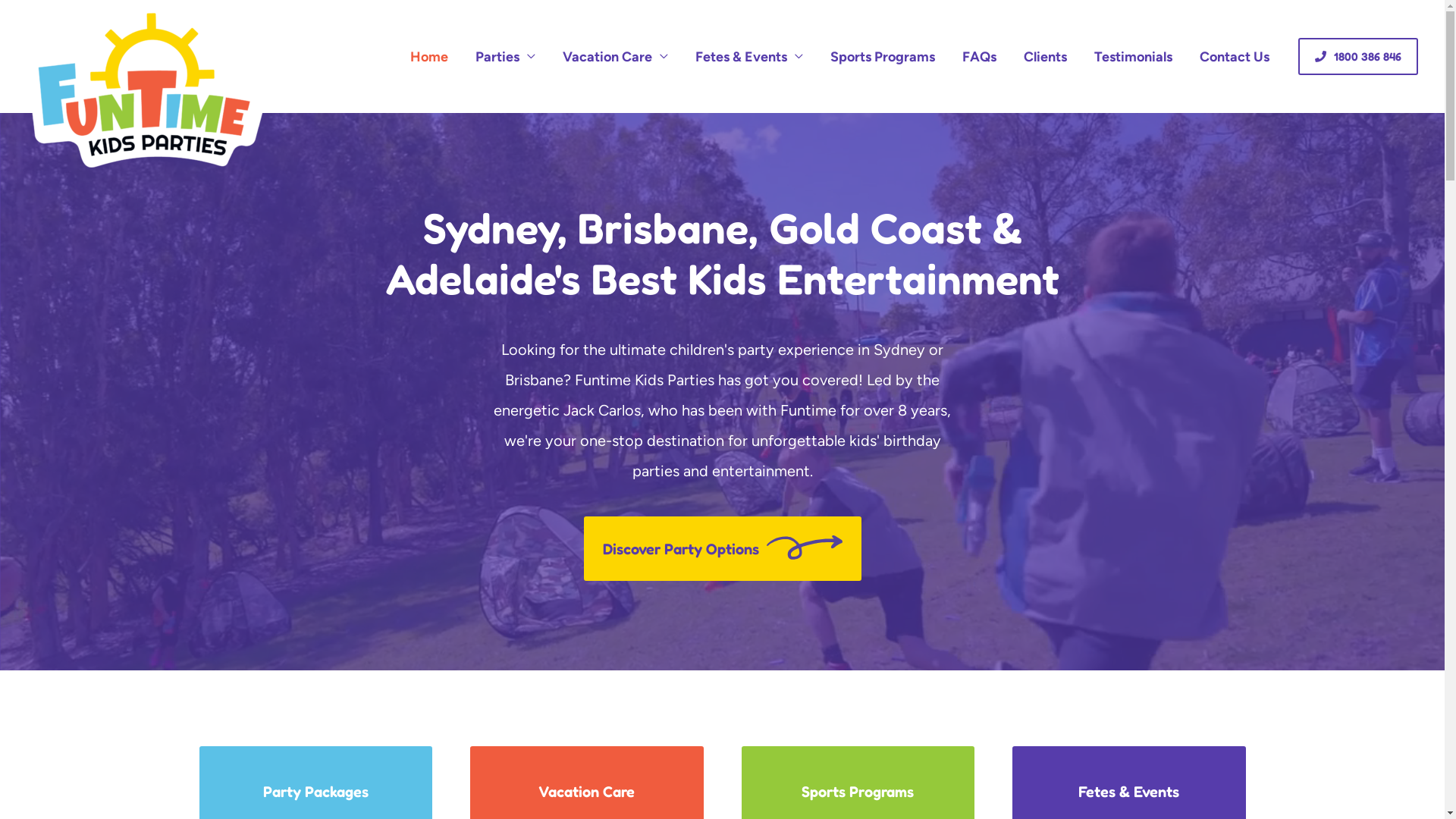 Image resolution: width=1456 pixels, height=819 pixels. What do you see at coordinates (505, 55) in the screenshot?
I see `'Parties'` at bounding box center [505, 55].